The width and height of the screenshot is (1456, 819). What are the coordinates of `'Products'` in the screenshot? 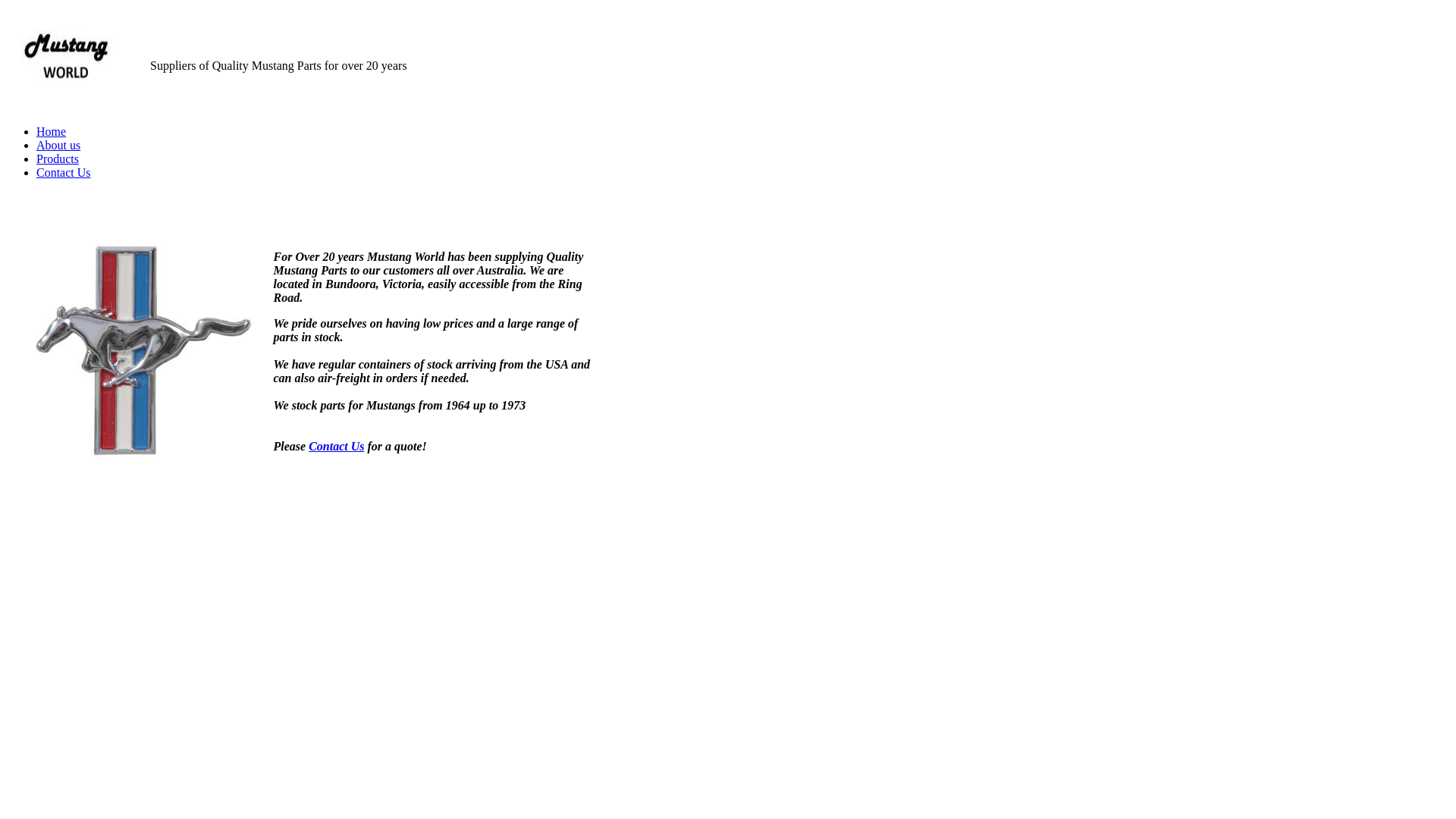 It's located at (36, 158).